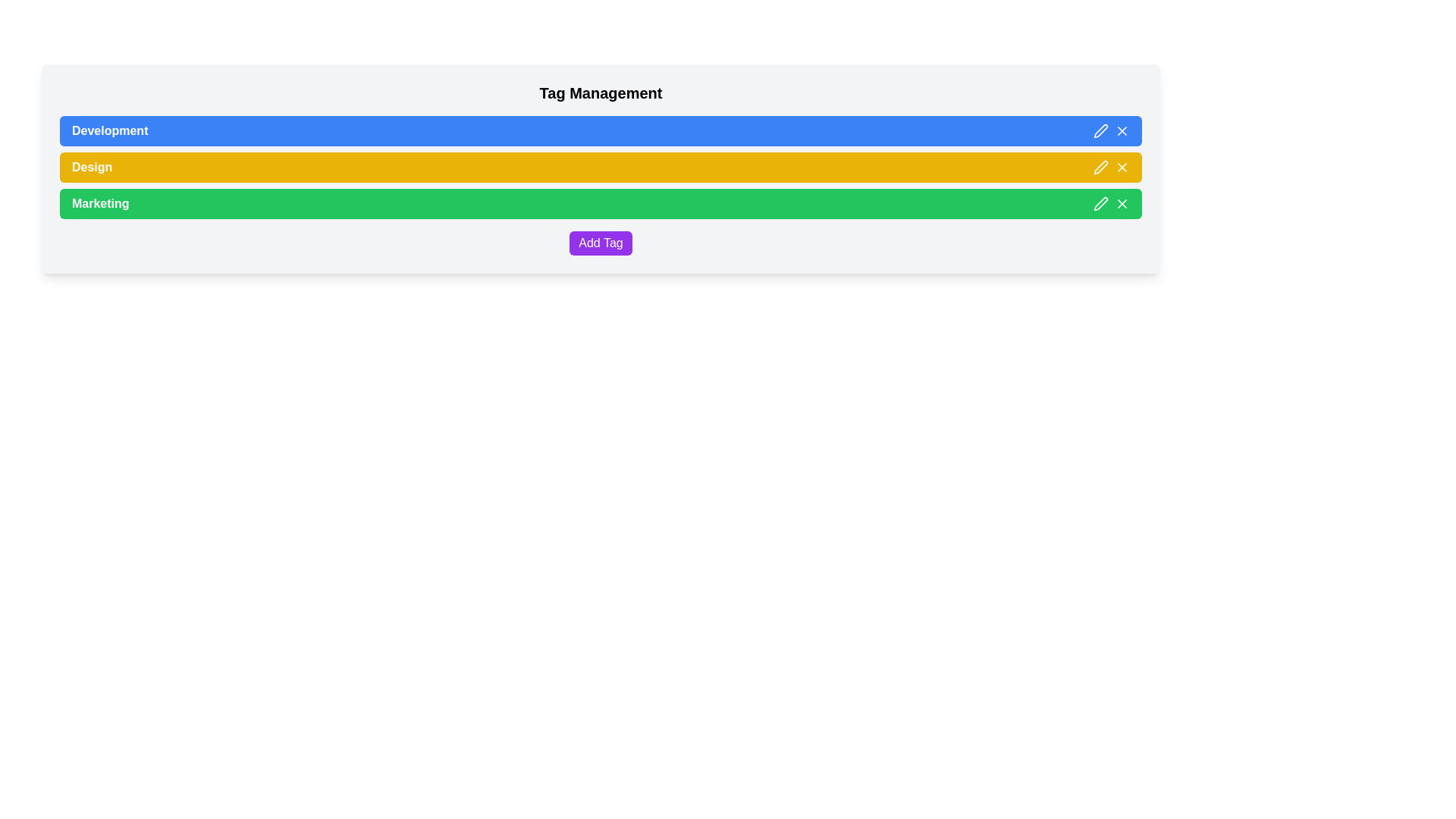 This screenshot has height=819, width=1456. What do you see at coordinates (1122, 130) in the screenshot?
I see `the cancel button located at the top right corner of the blue list item labeled 'Development'` at bounding box center [1122, 130].